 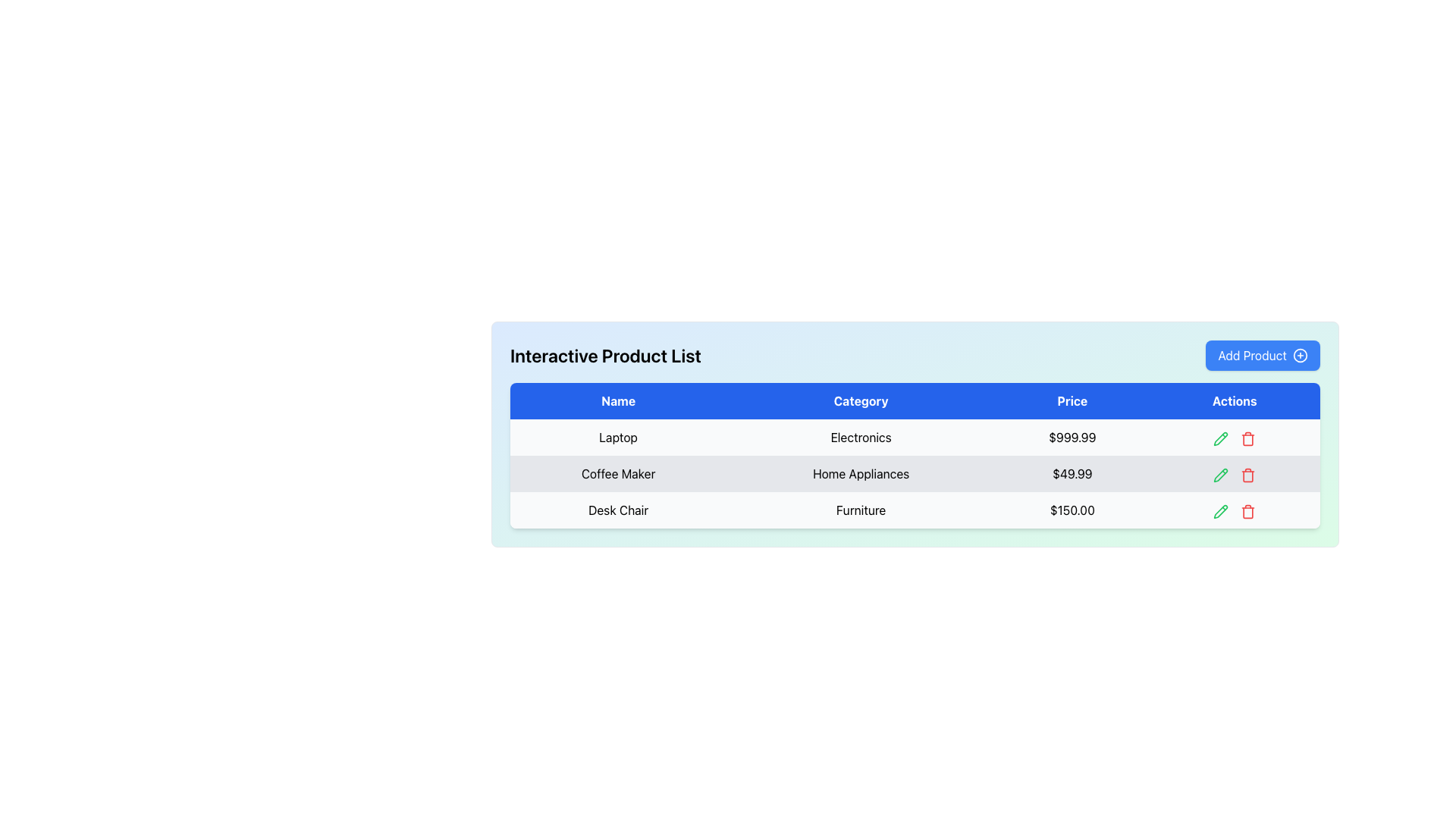 I want to click on the tabular row displaying the product 'Coffee Maker' in the table, so click(x=914, y=472).